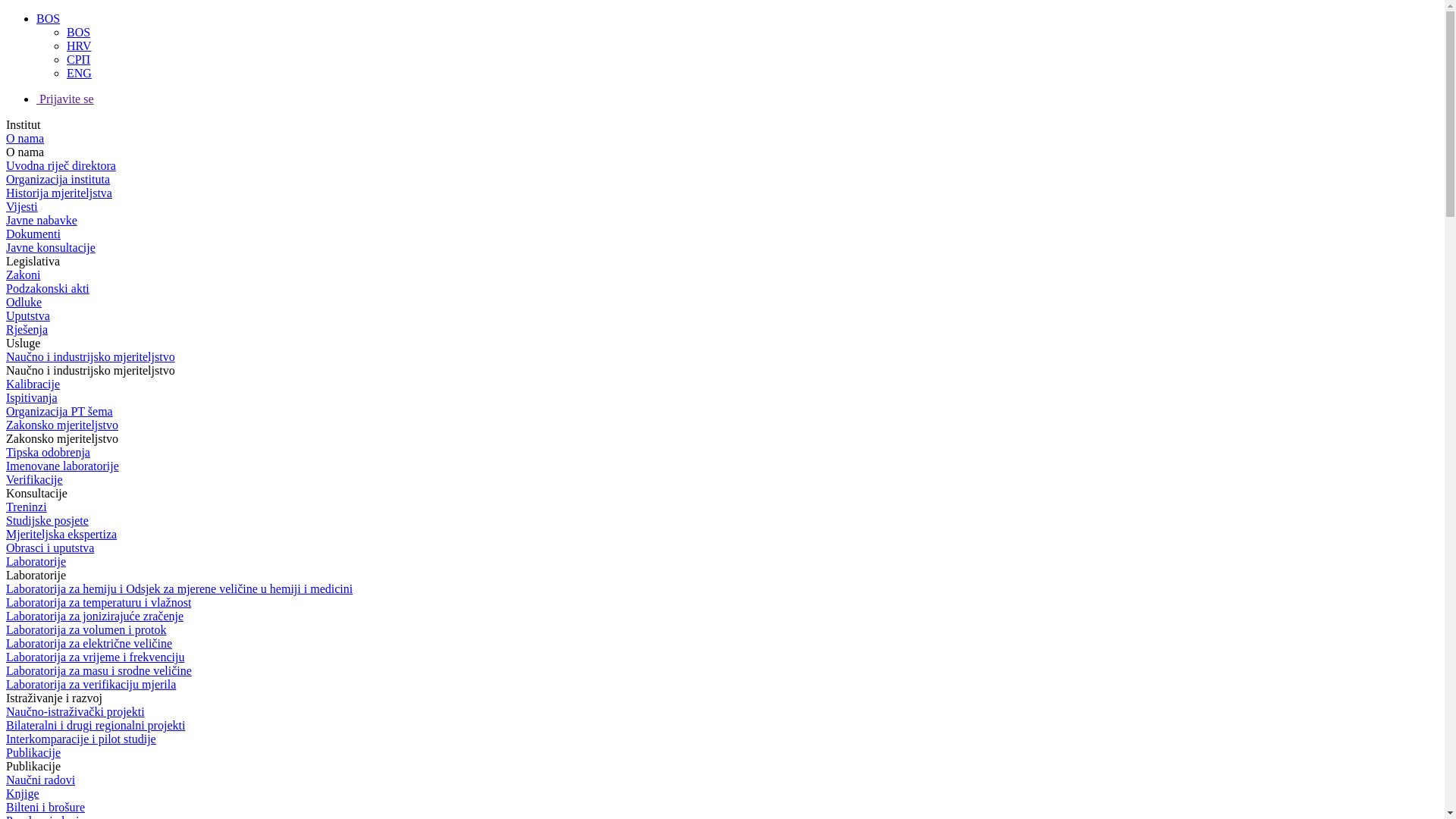  Describe the element at coordinates (61, 465) in the screenshot. I see `'Imenovane laboratorije'` at that location.